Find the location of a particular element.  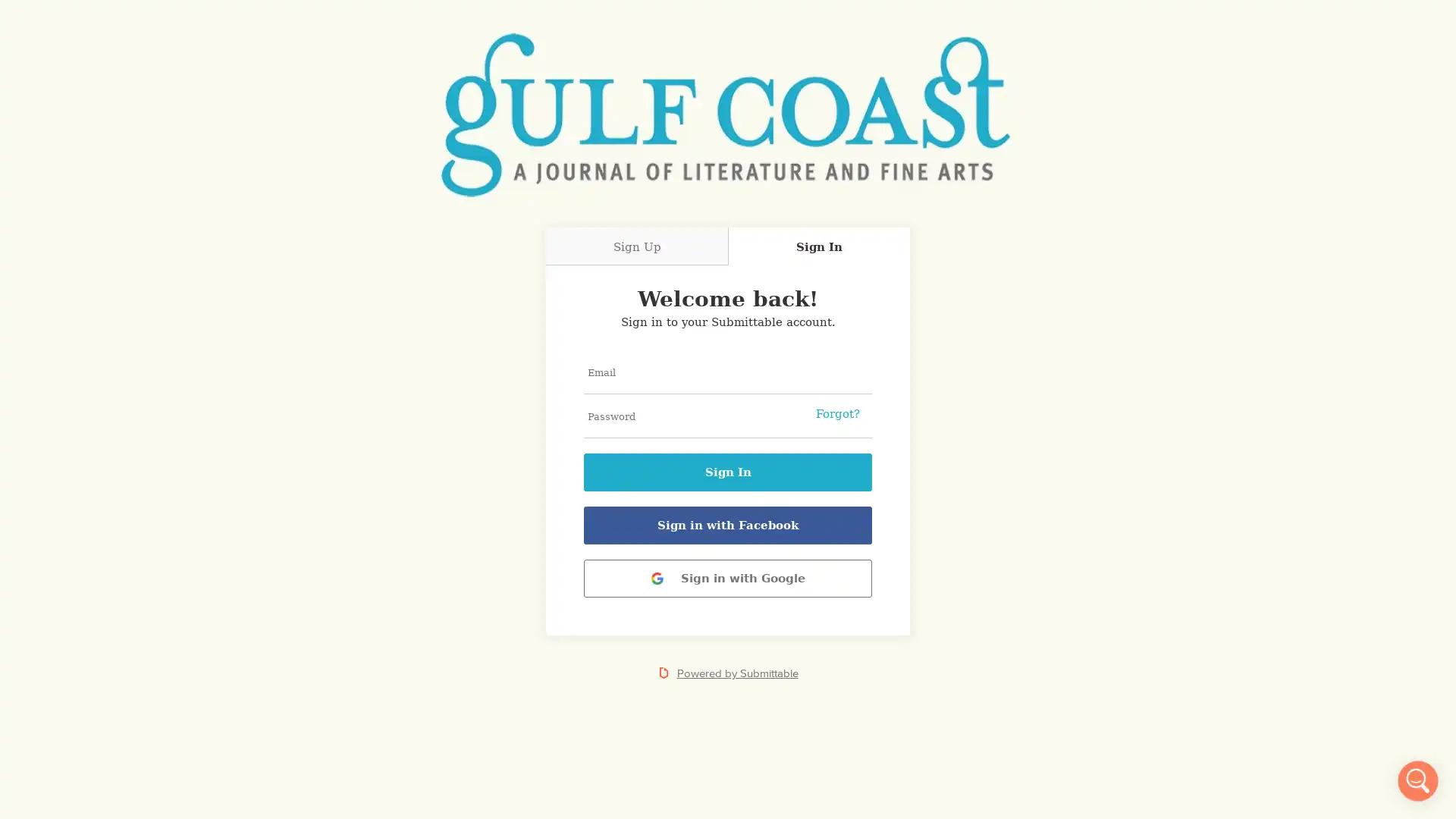

Sign in with Facebook is located at coordinates (728, 525).